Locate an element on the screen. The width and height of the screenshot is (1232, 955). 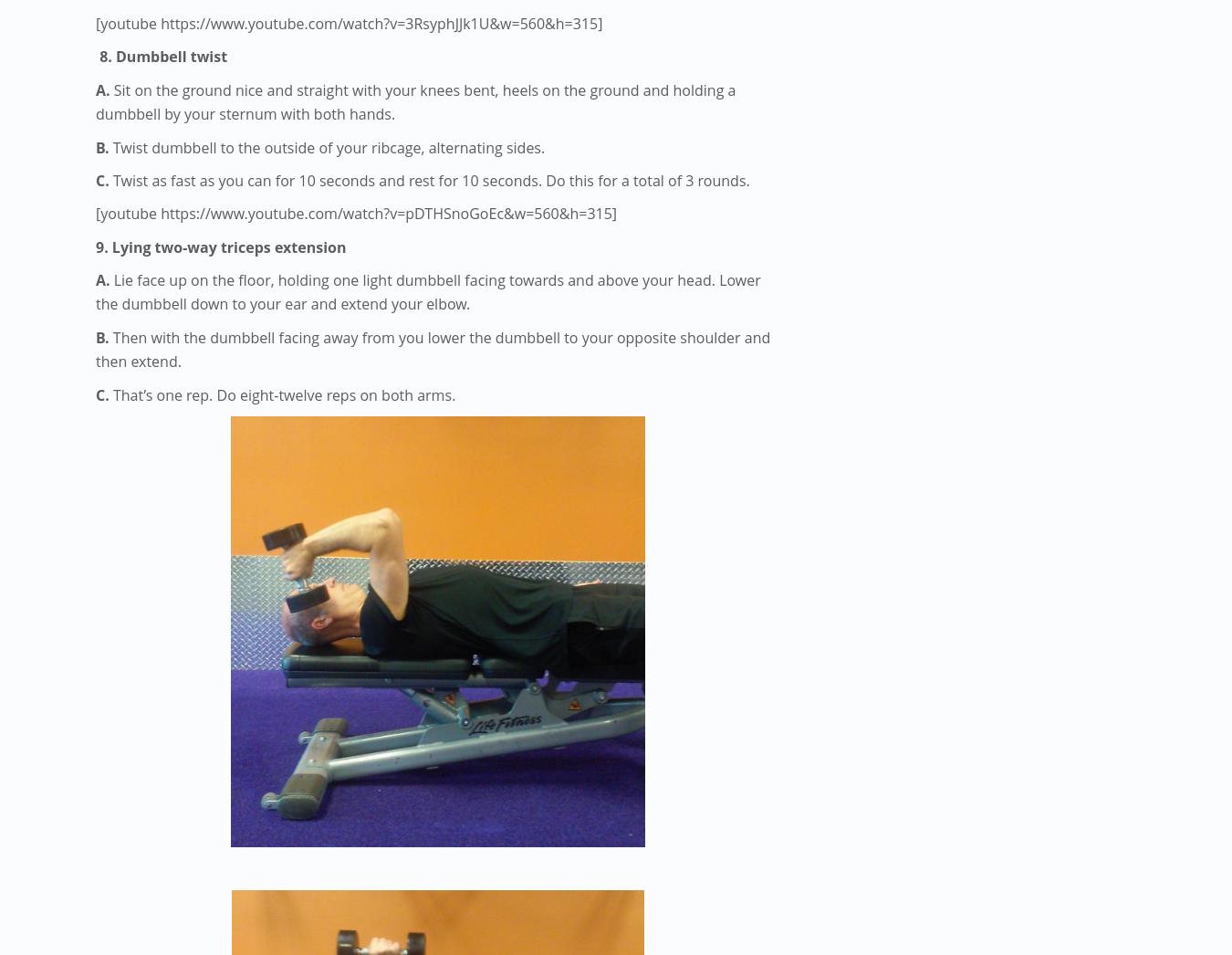
'That’s one rep. Do eight-twelve reps on both arms.' is located at coordinates (283, 393).